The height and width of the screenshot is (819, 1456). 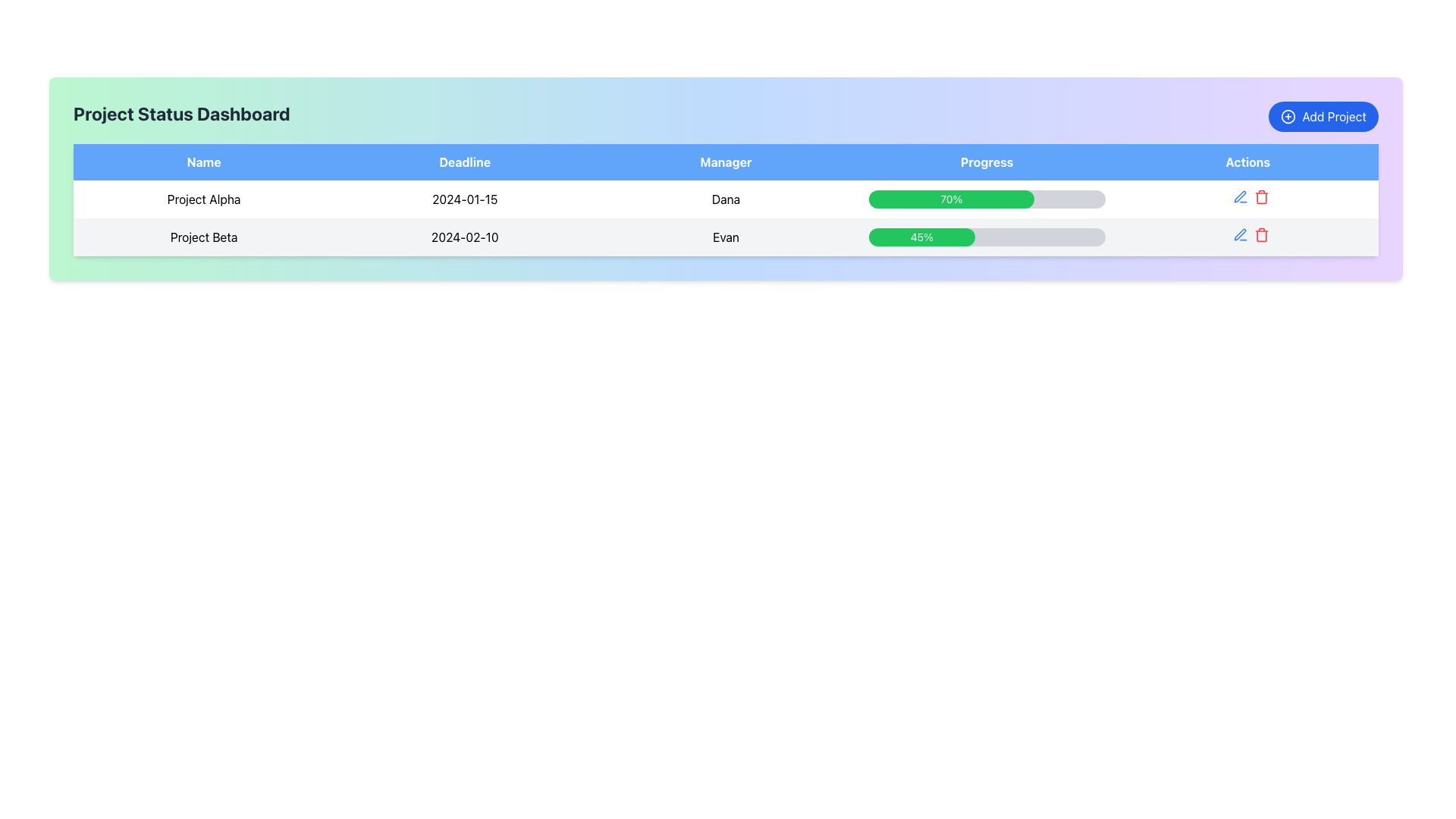 I want to click on the static text label indicating the deadline date for the project in the second row of the table, so click(x=464, y=237).